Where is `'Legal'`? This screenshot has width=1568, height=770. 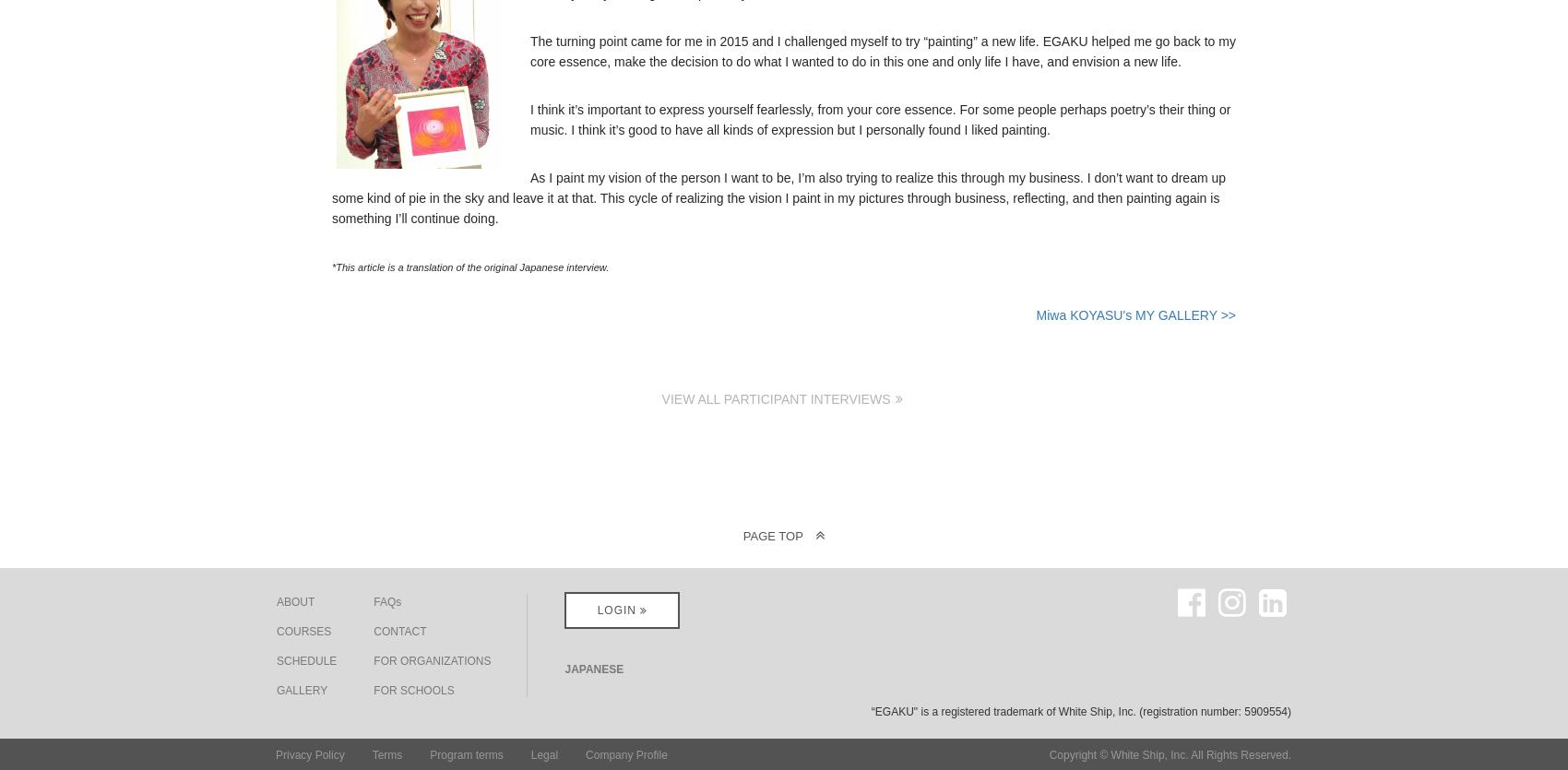
'Legal' is located at coordinates (529, 752).